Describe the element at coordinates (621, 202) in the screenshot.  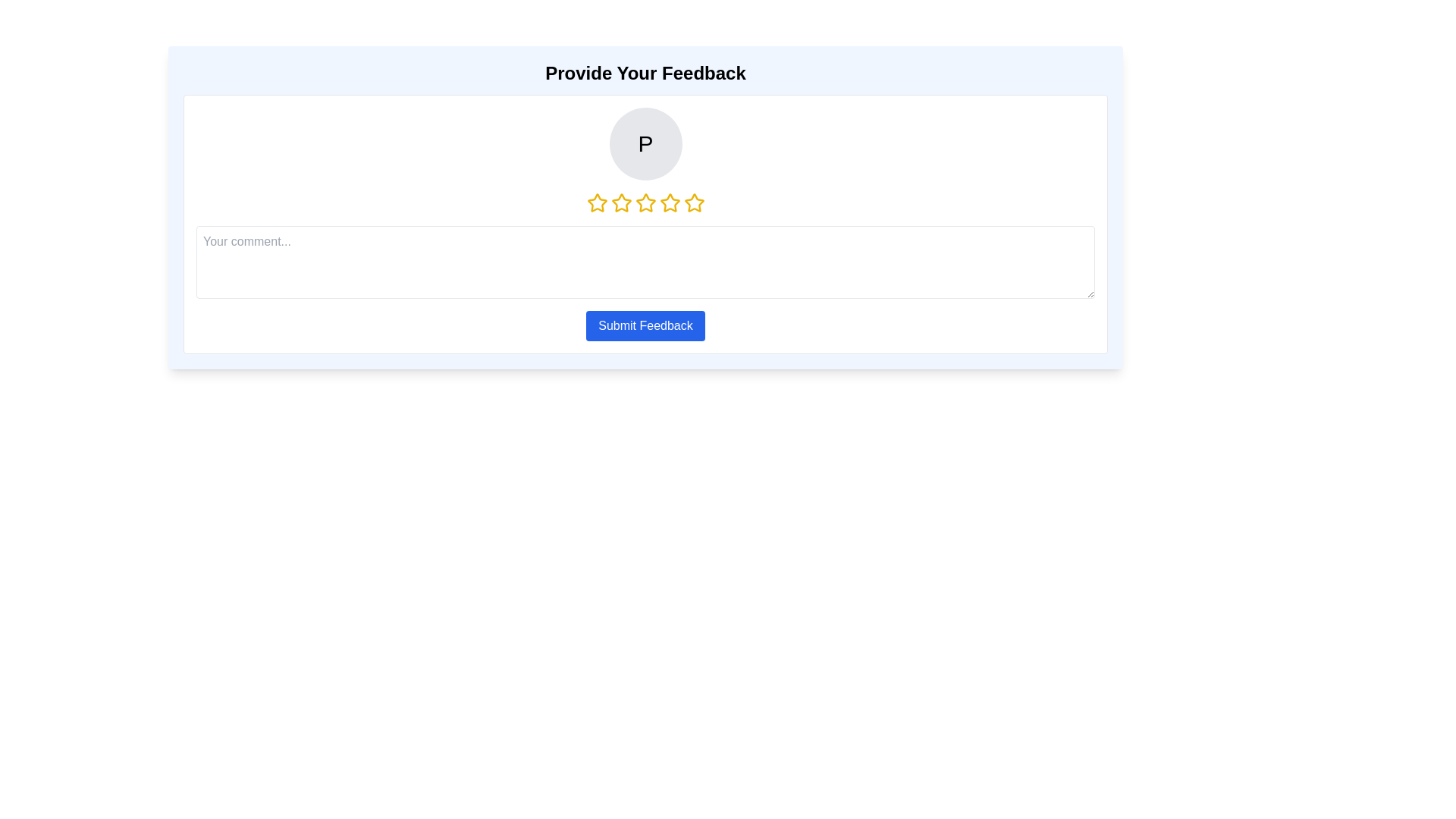
I see `the star corresponding to 2 stars to set the rating` at that location.